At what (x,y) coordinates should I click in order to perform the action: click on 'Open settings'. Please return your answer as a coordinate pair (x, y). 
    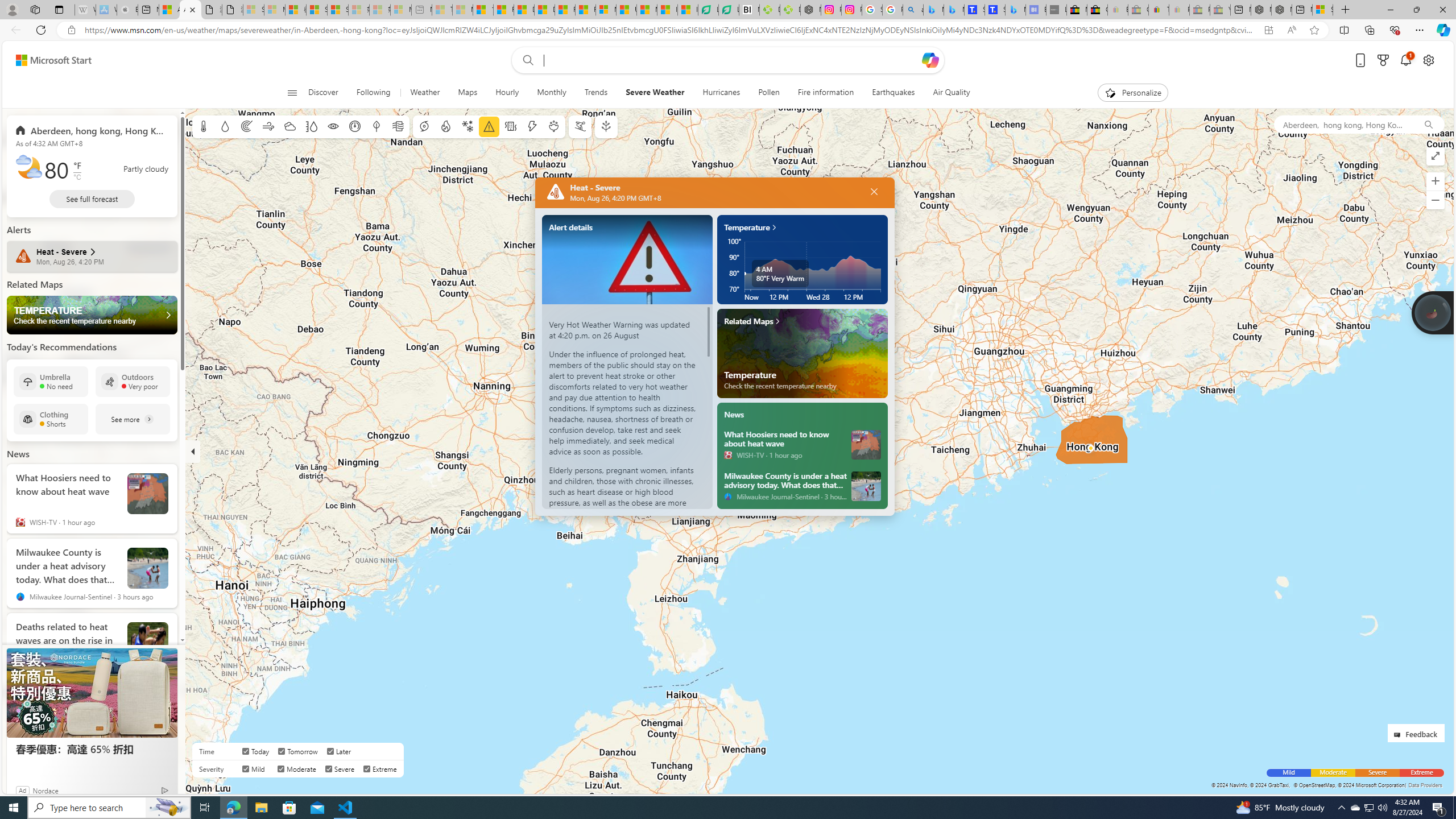
    Looking at the image, I should click on (1428, 60).